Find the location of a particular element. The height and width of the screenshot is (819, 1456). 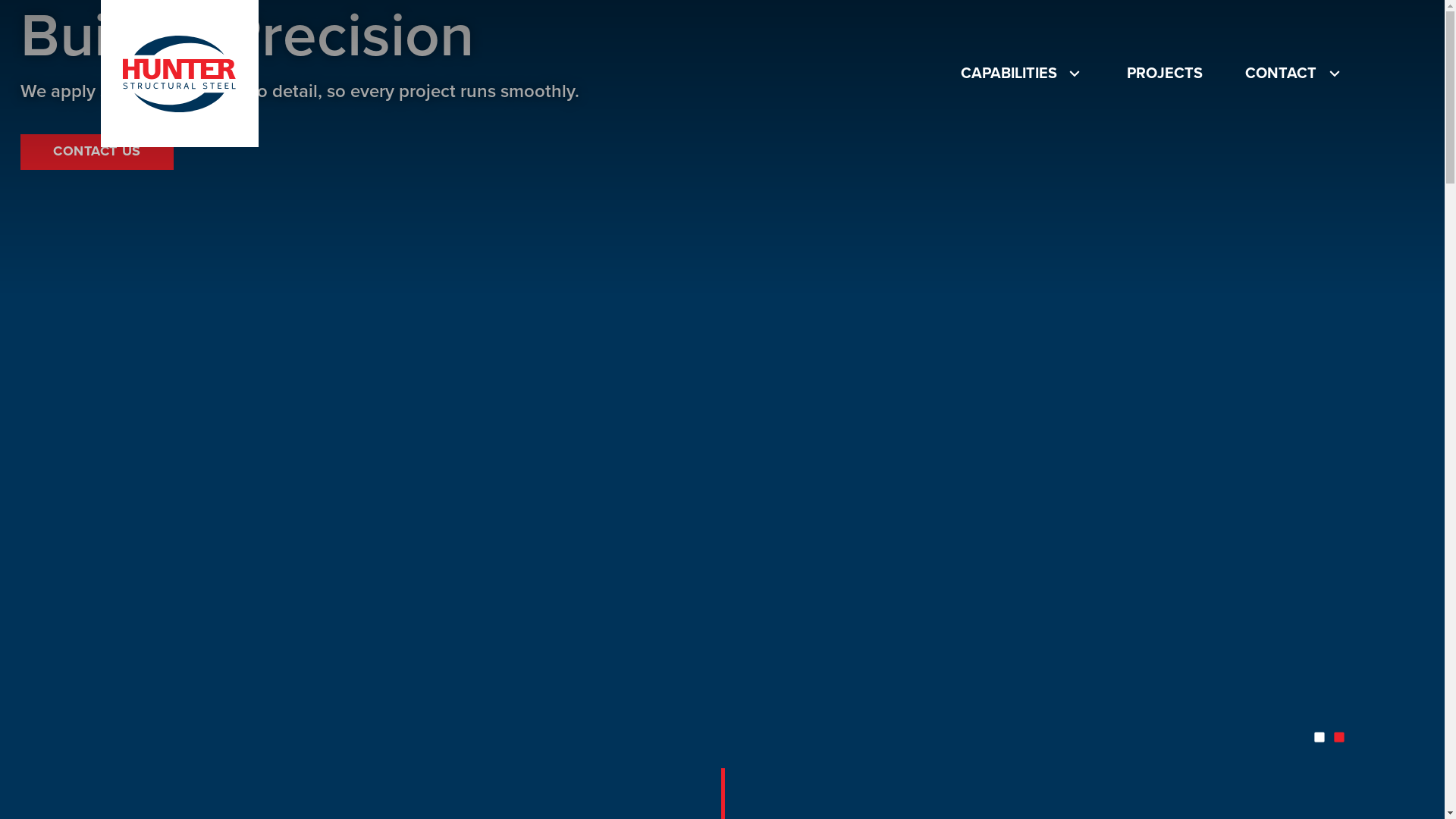

'CONTACT' is located at coordinates (1294, 73).